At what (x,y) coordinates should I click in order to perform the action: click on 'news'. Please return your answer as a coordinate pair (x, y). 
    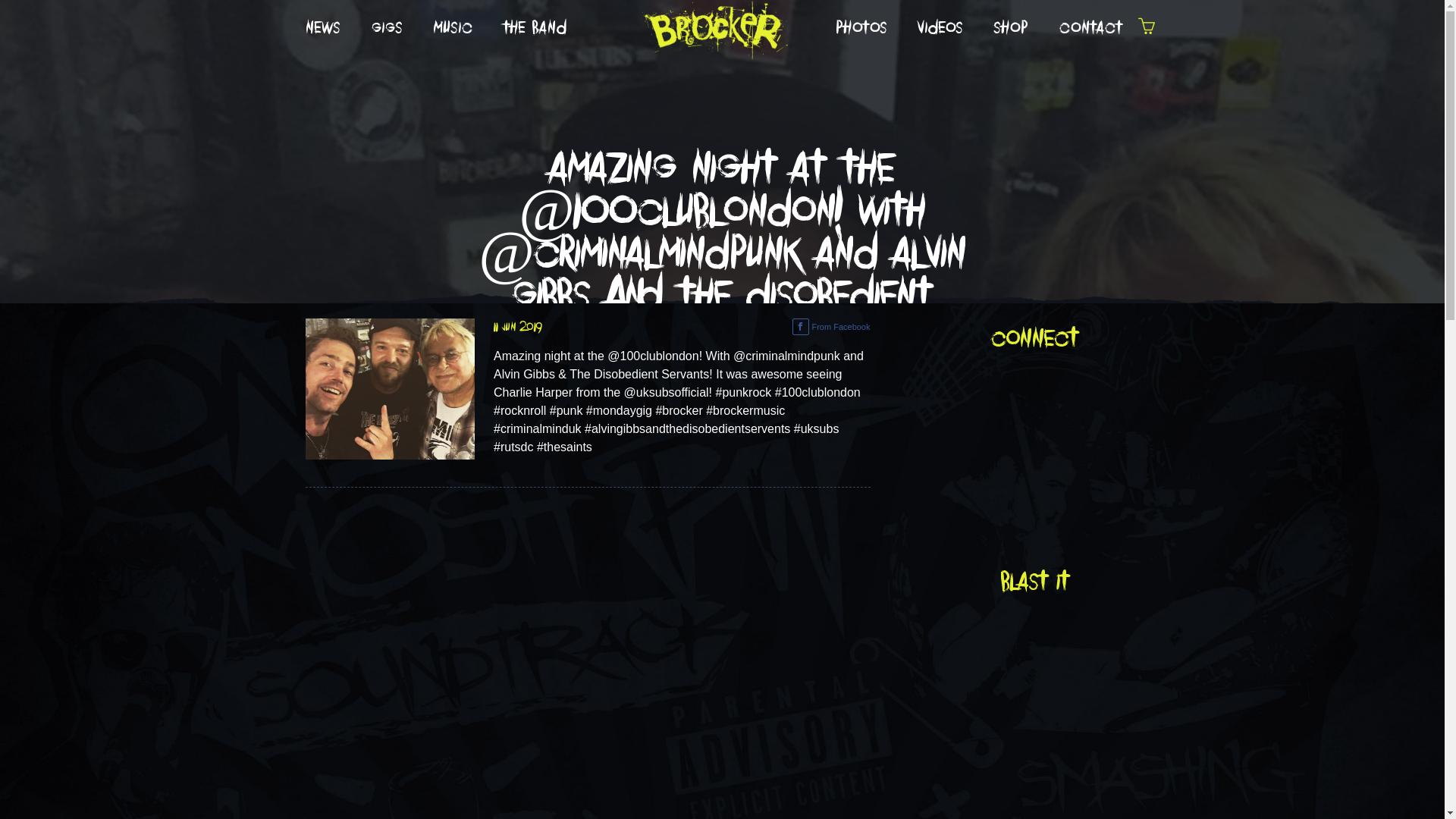
    Looking at the image, I should click on (322, 28).